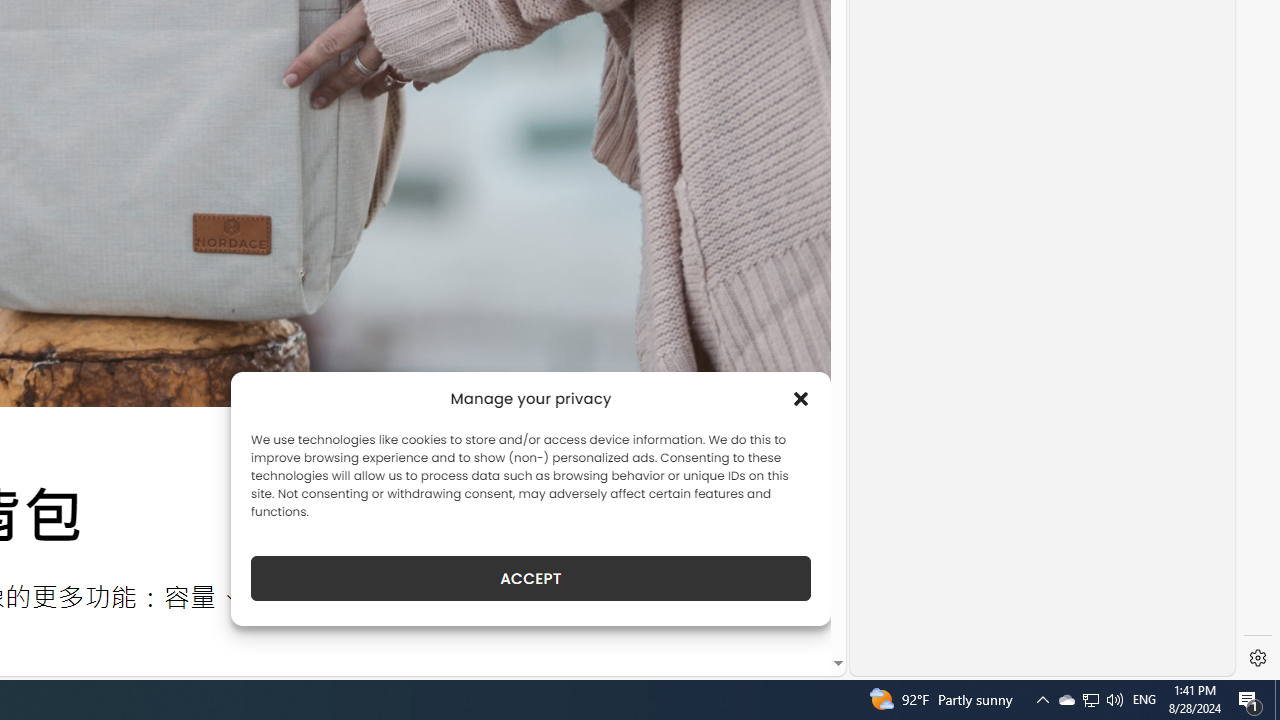 The height and width of the screenshot is (720, 1280). Describe the element at coordinates (801, 398) in the screenshot. I see `'Class: cmplz-close'` at that location.